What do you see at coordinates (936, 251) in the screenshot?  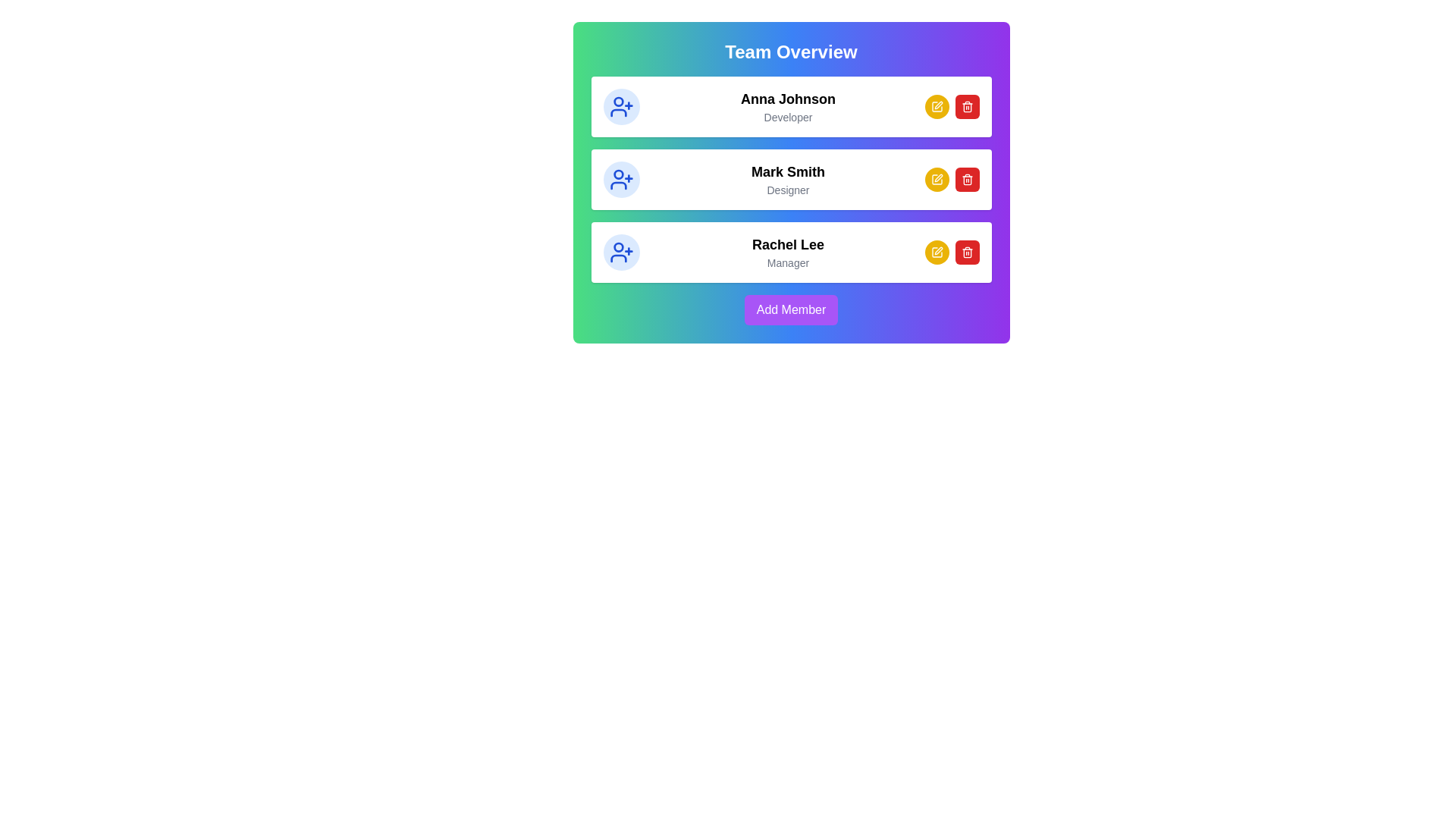 I see `the 'edit' button located to the right of the 'Rachel Lee' user profile, which is adjacent to the red trash can button` at bounding box center [936, 251].